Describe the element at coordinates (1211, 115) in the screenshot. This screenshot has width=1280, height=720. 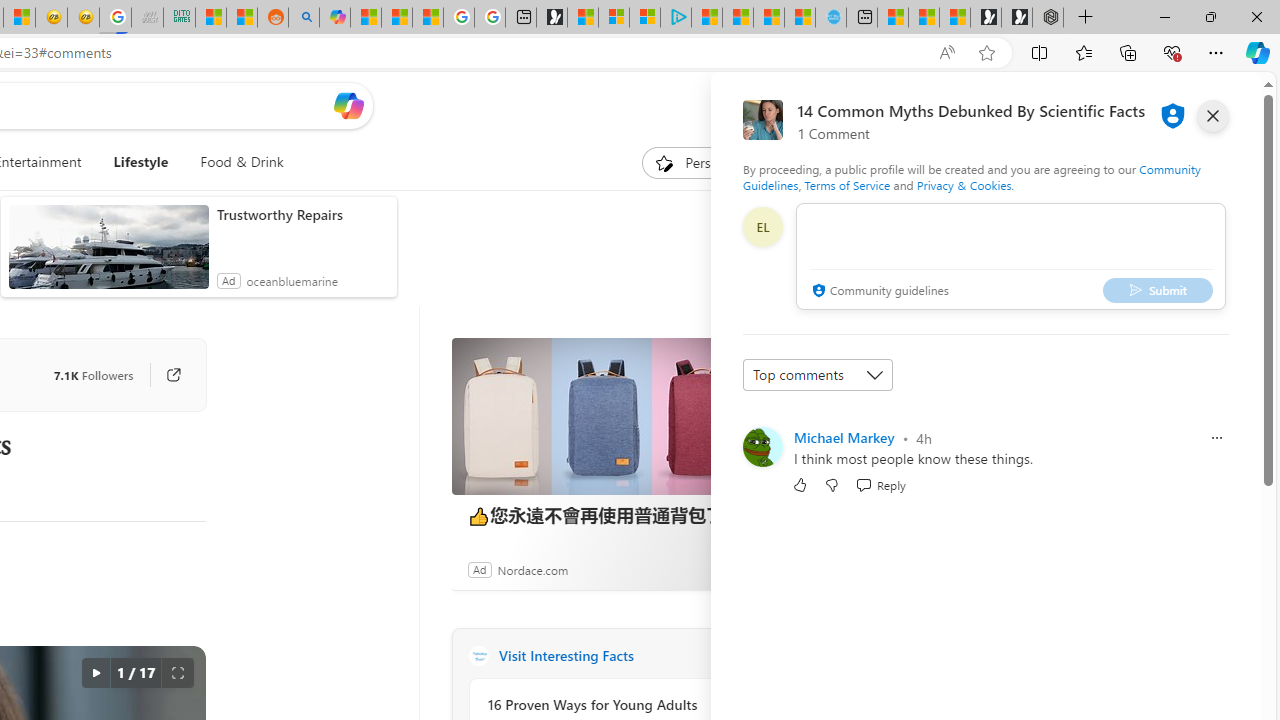
I see `'close'` at that location.